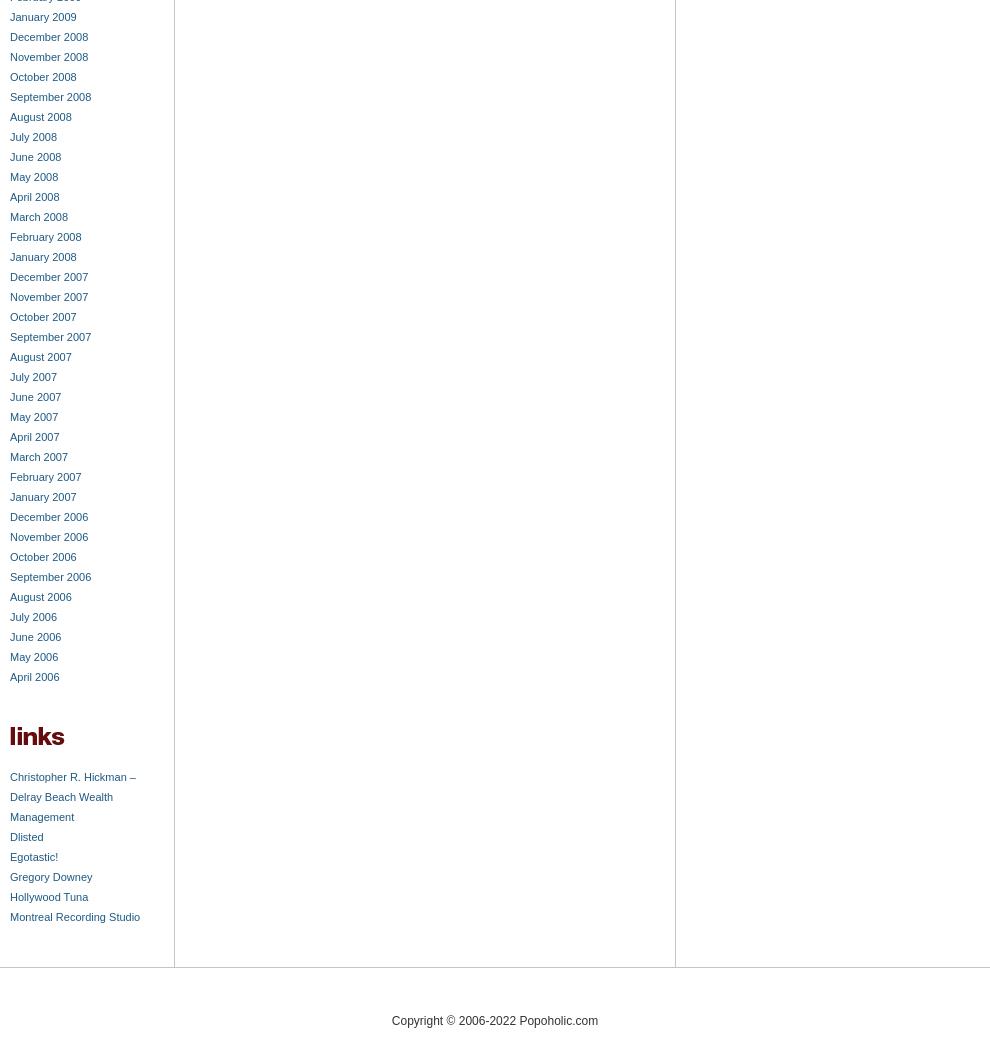 This screenshot has width=990, height=1053. Describe the element at coordinates (49, 577) in the screenshot. I see `'September 2006'` at that location.